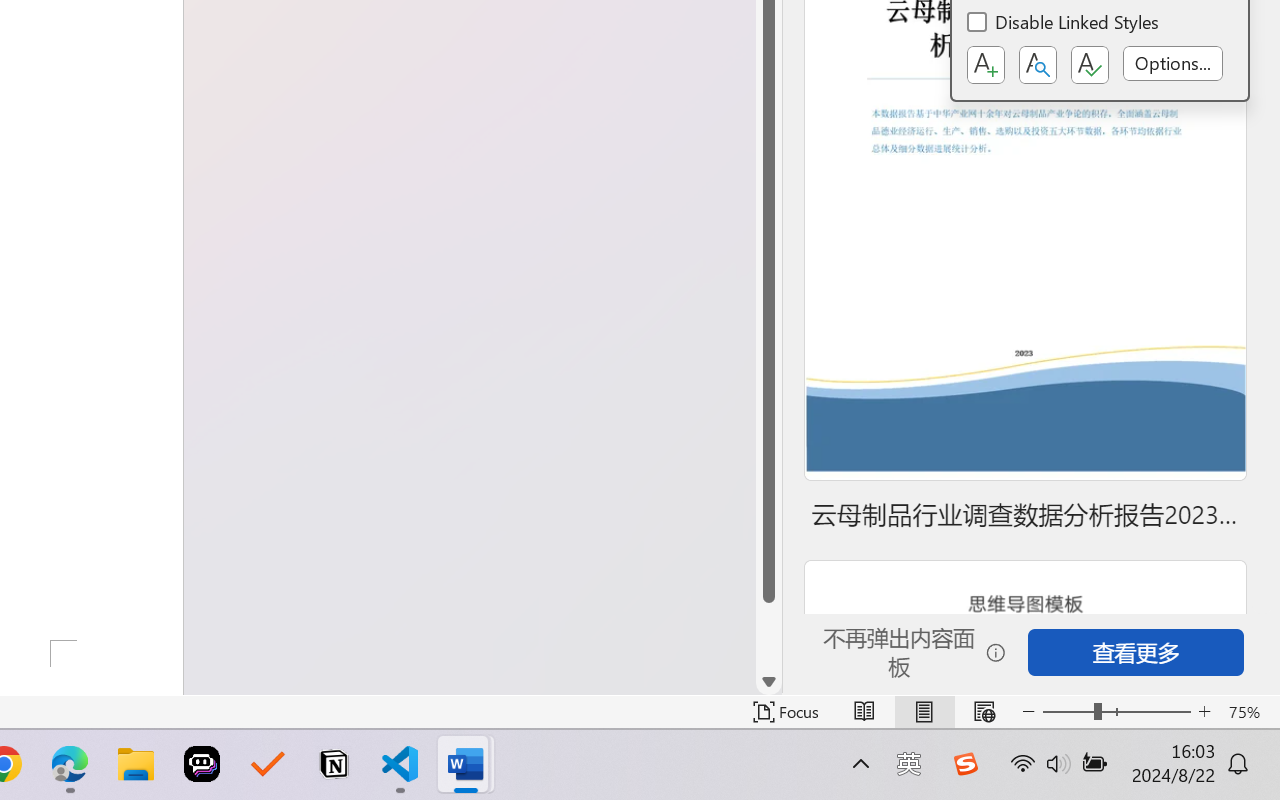 The height and width of the screenshot is (800, 1280). Describe the element at coordinates (984, 711) in the screenshot. I see `'Web Layout'` at that location.